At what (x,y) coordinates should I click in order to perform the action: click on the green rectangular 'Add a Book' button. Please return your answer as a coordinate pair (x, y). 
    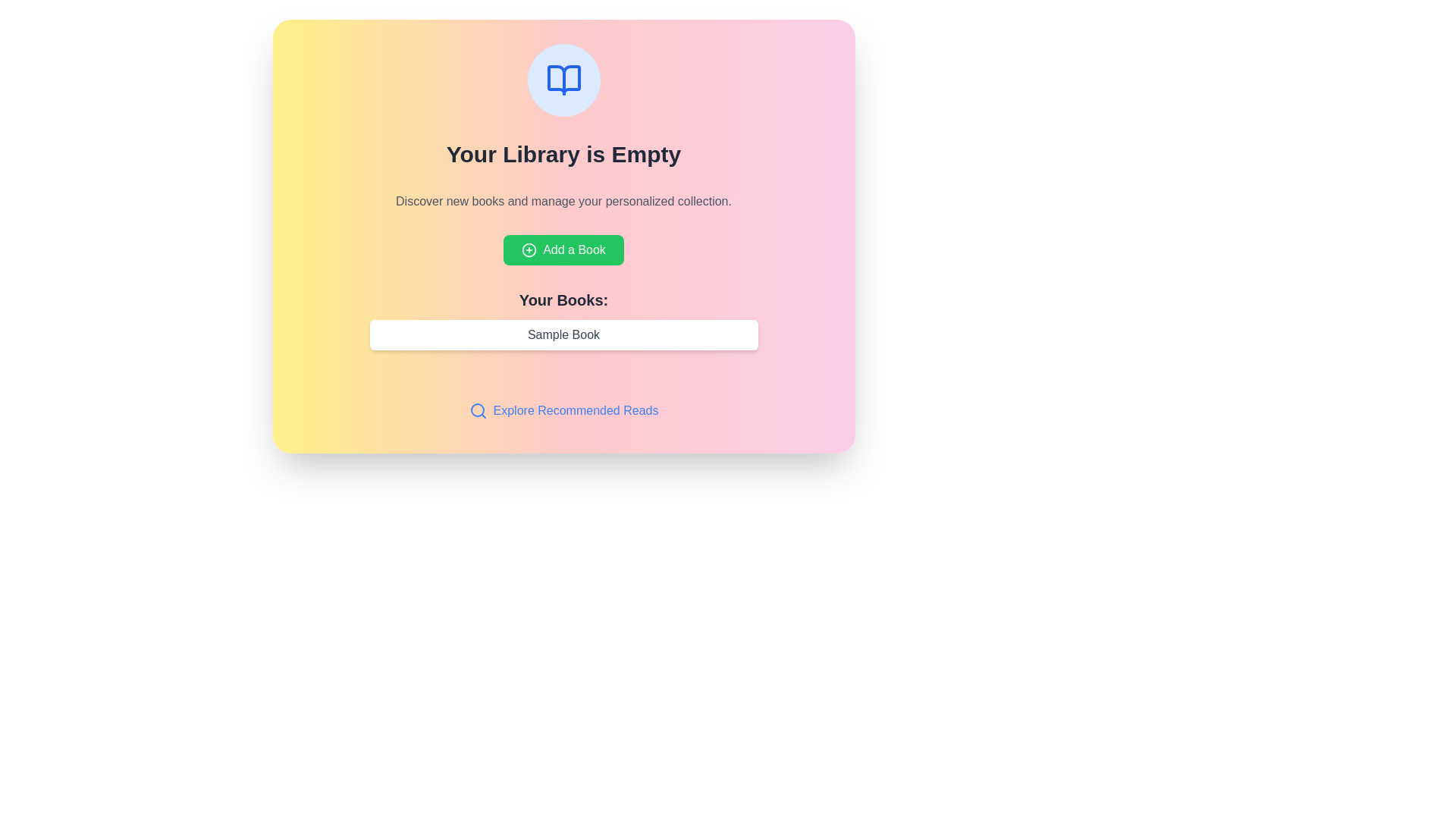
    Looking at the image, I should click on (563, 249).